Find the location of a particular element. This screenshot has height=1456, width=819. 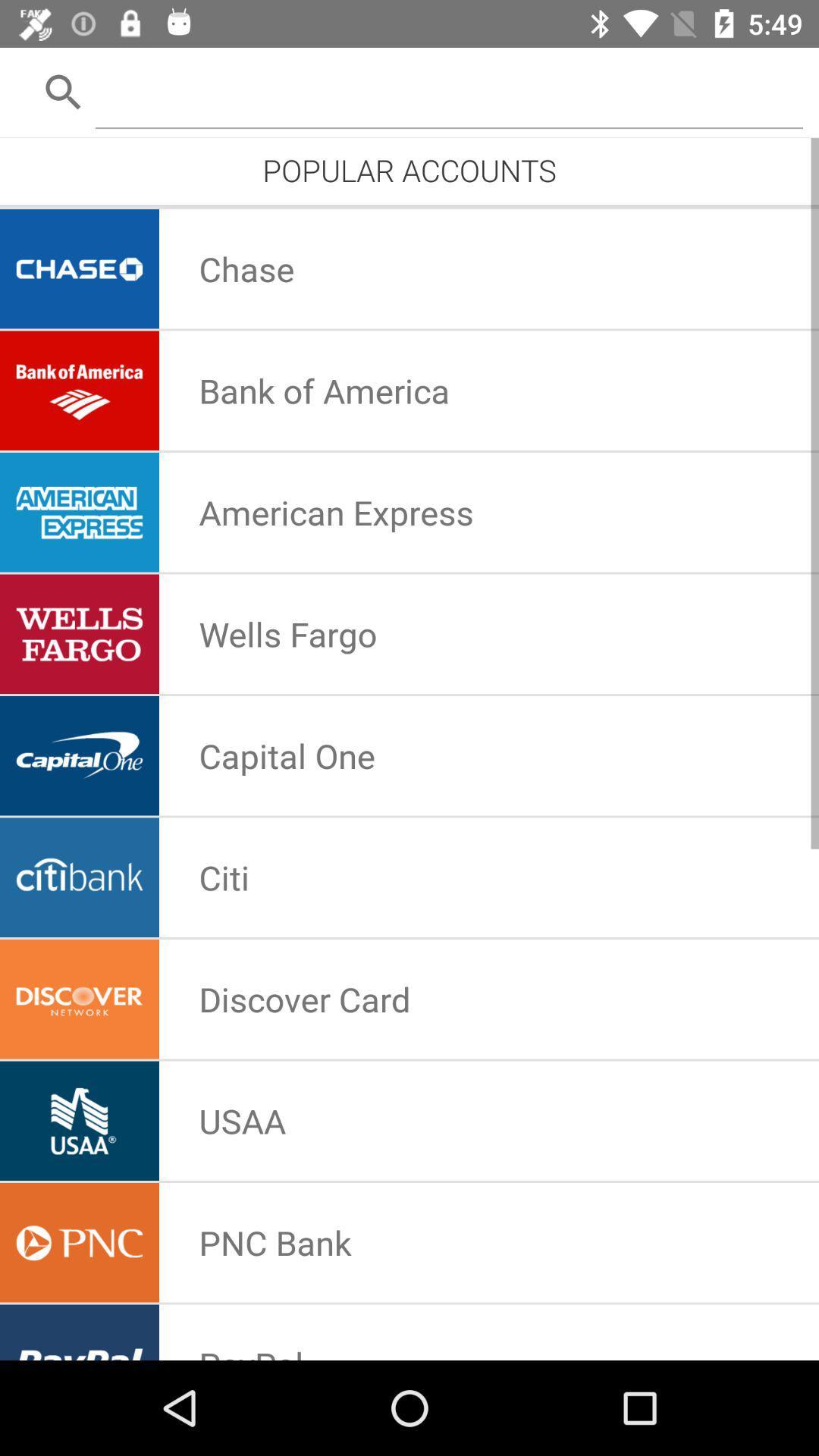

icon above usaa is located at coordinates (304, 999).